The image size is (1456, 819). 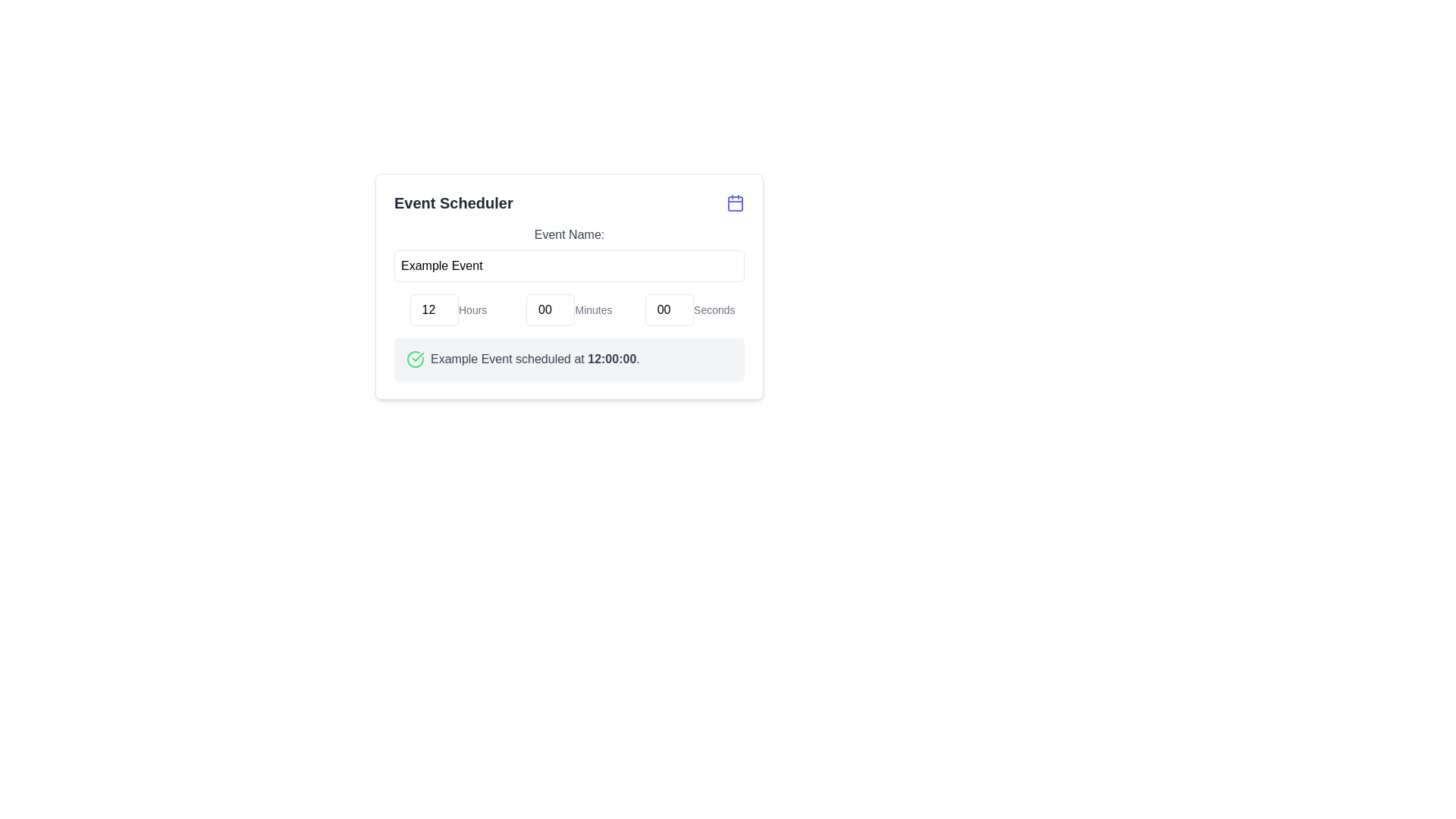 What do you see at coordinates (535, 359) in the screenshot?
I see `the informational Text Label displaying details about the scheduled event located next to a green check icon` at bounding box center [535, 359].